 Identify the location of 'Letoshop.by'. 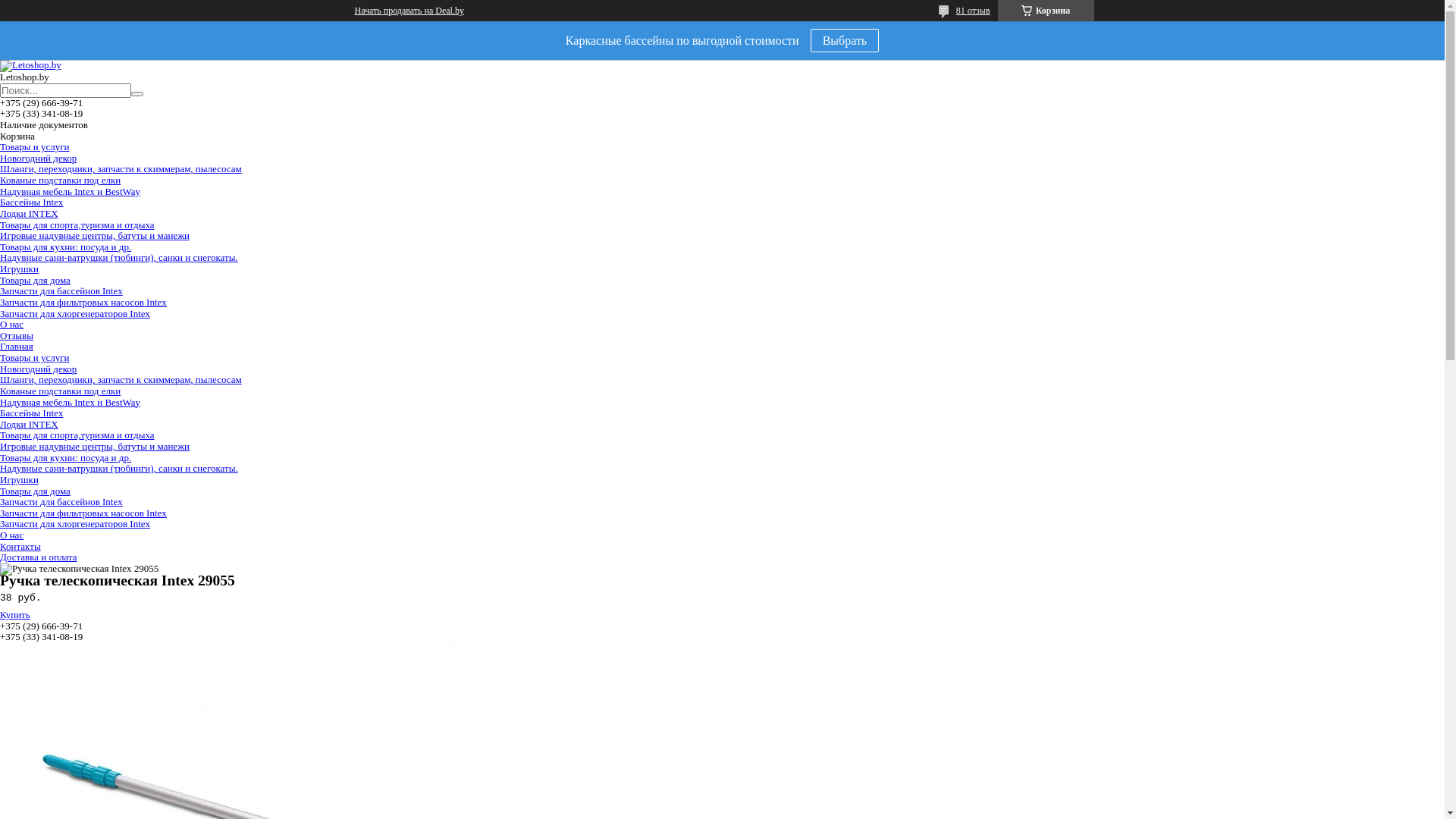
(30, 64).